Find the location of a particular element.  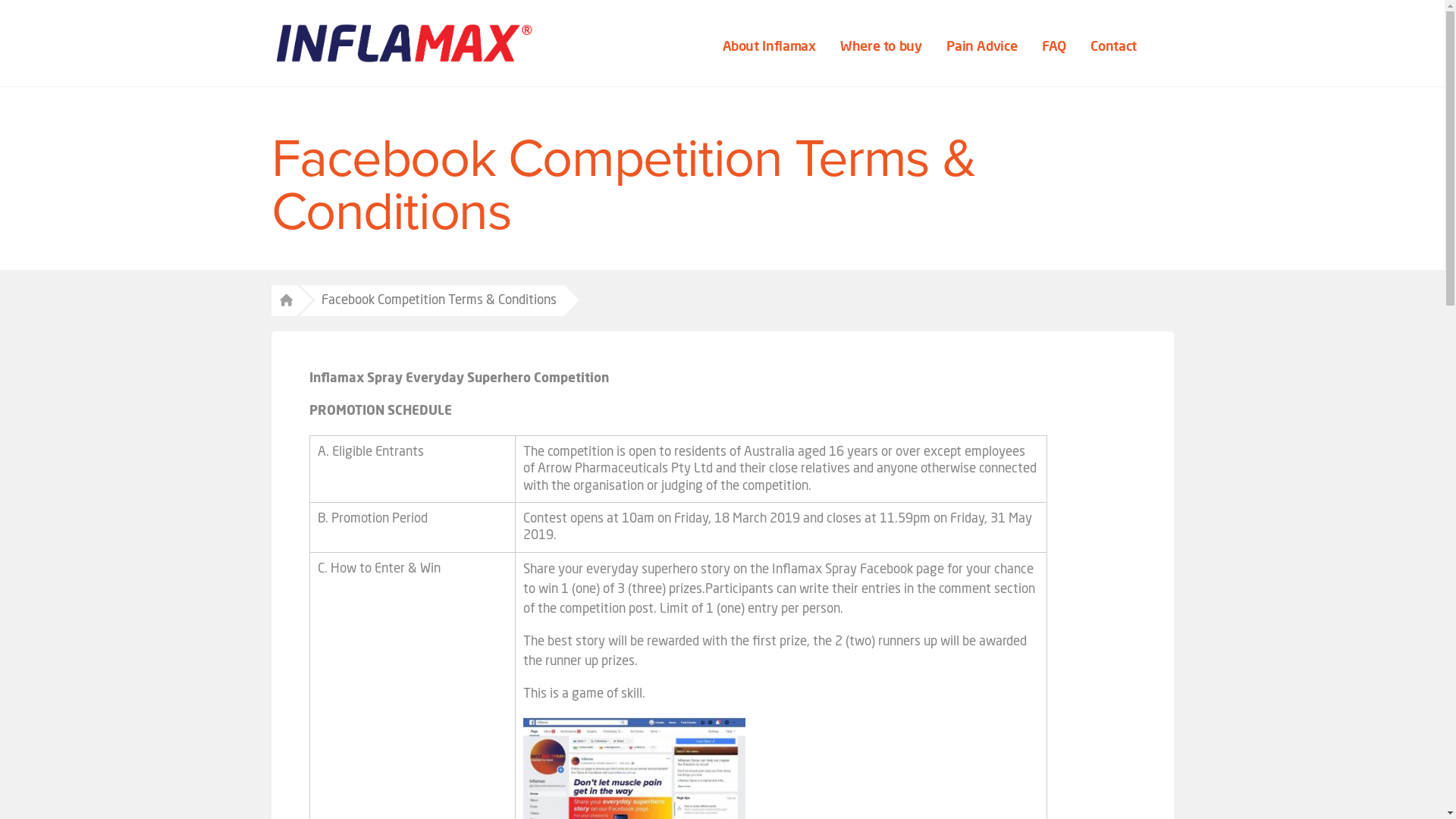

'Where to buy ' is located at coordinates (882, 45).